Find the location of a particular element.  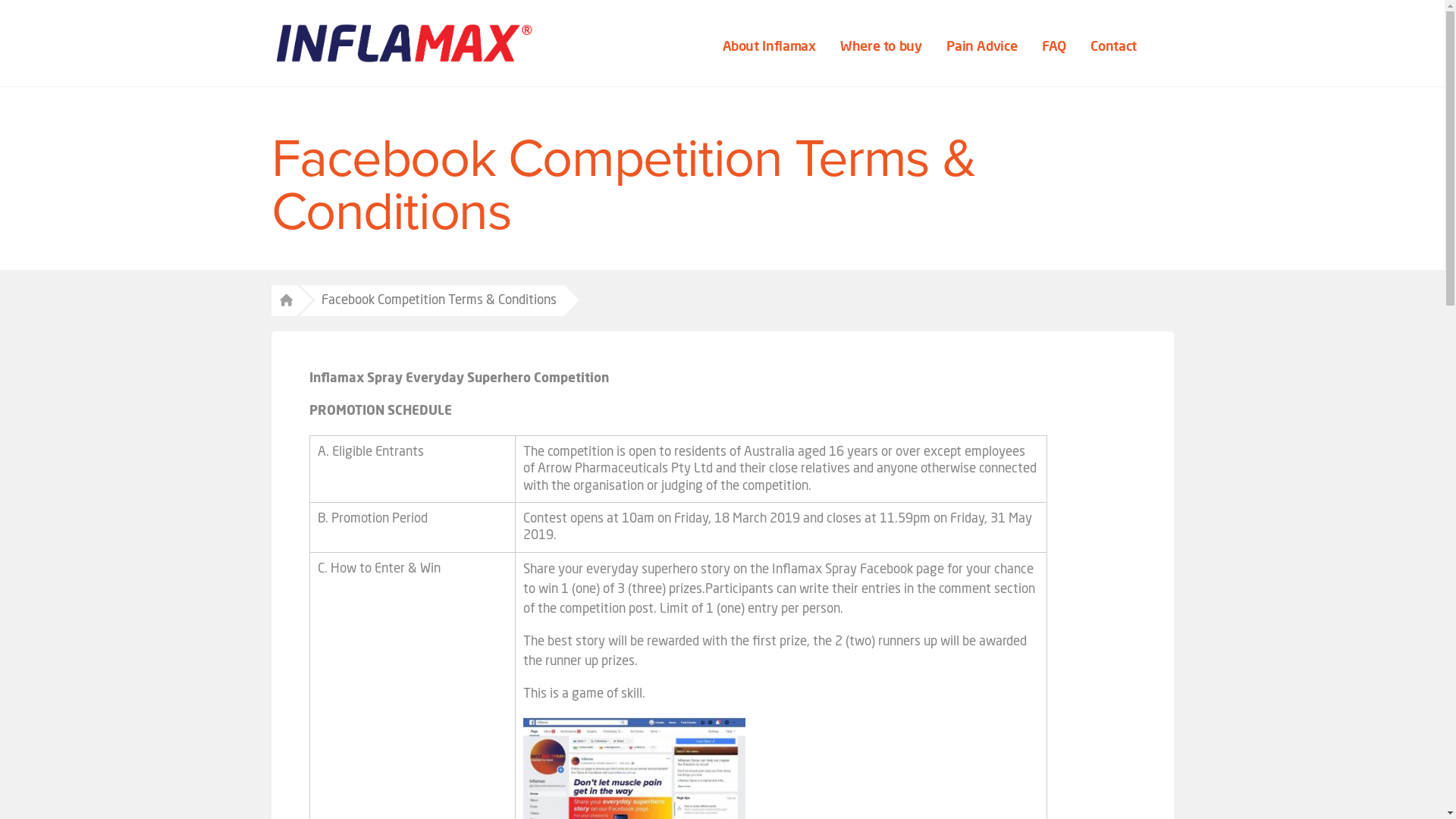

'Where to buy ' is located at coordinates (882, 45).